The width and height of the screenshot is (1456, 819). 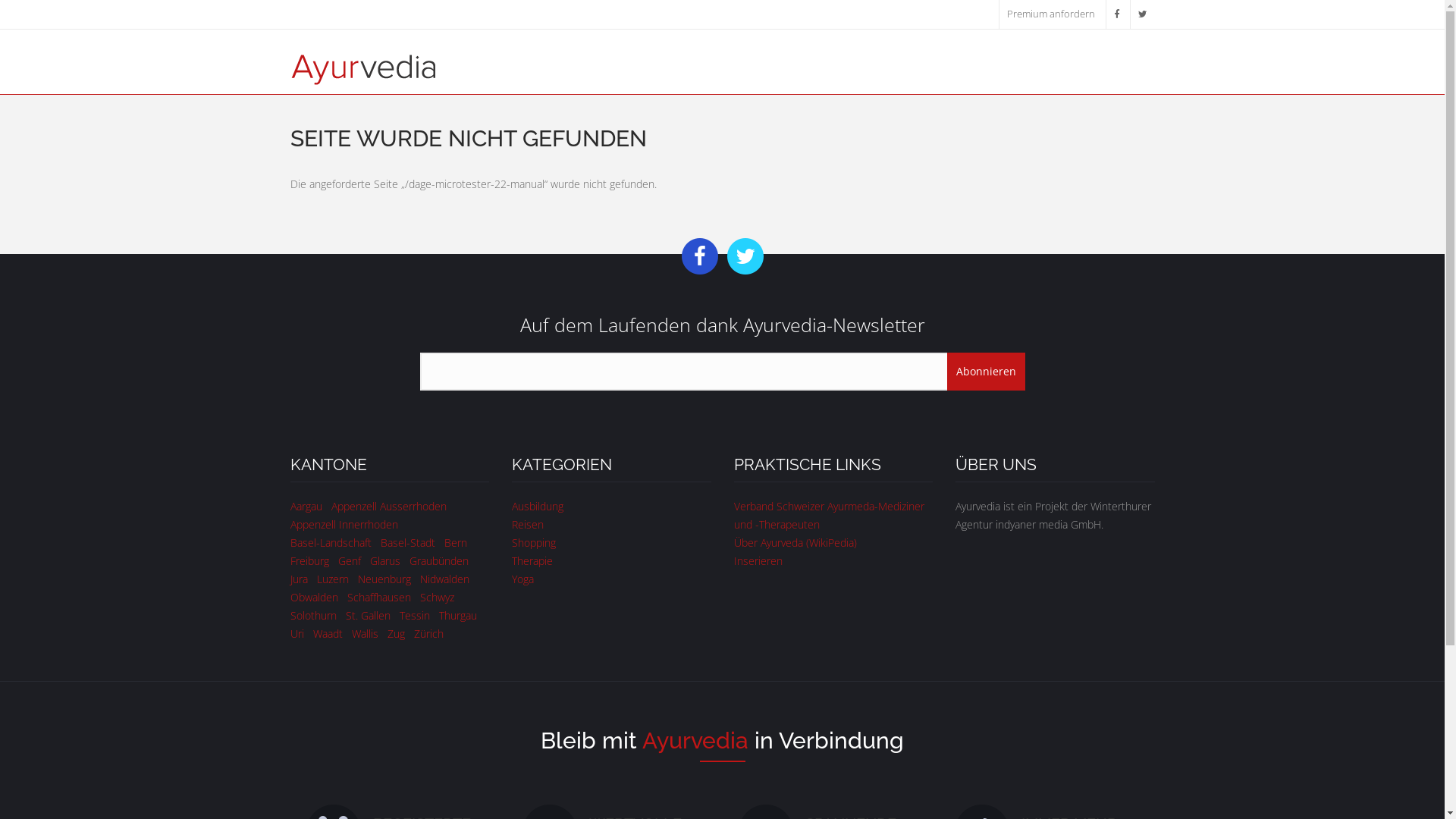 What do you see at coordinates (329, 541) in the screenshot?
I see `'Basel-Landschaft'` at bounding box center [329, 541].